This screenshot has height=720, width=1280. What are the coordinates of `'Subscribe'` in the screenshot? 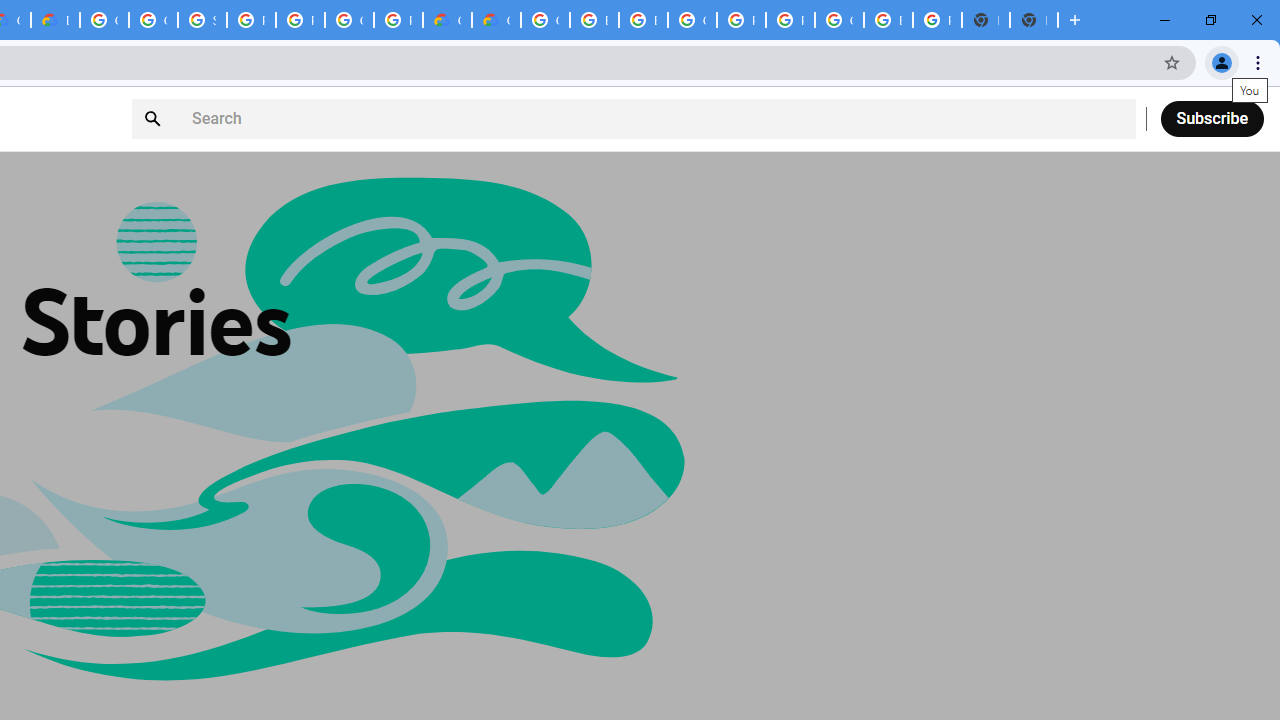 It's located at (1211, 118).